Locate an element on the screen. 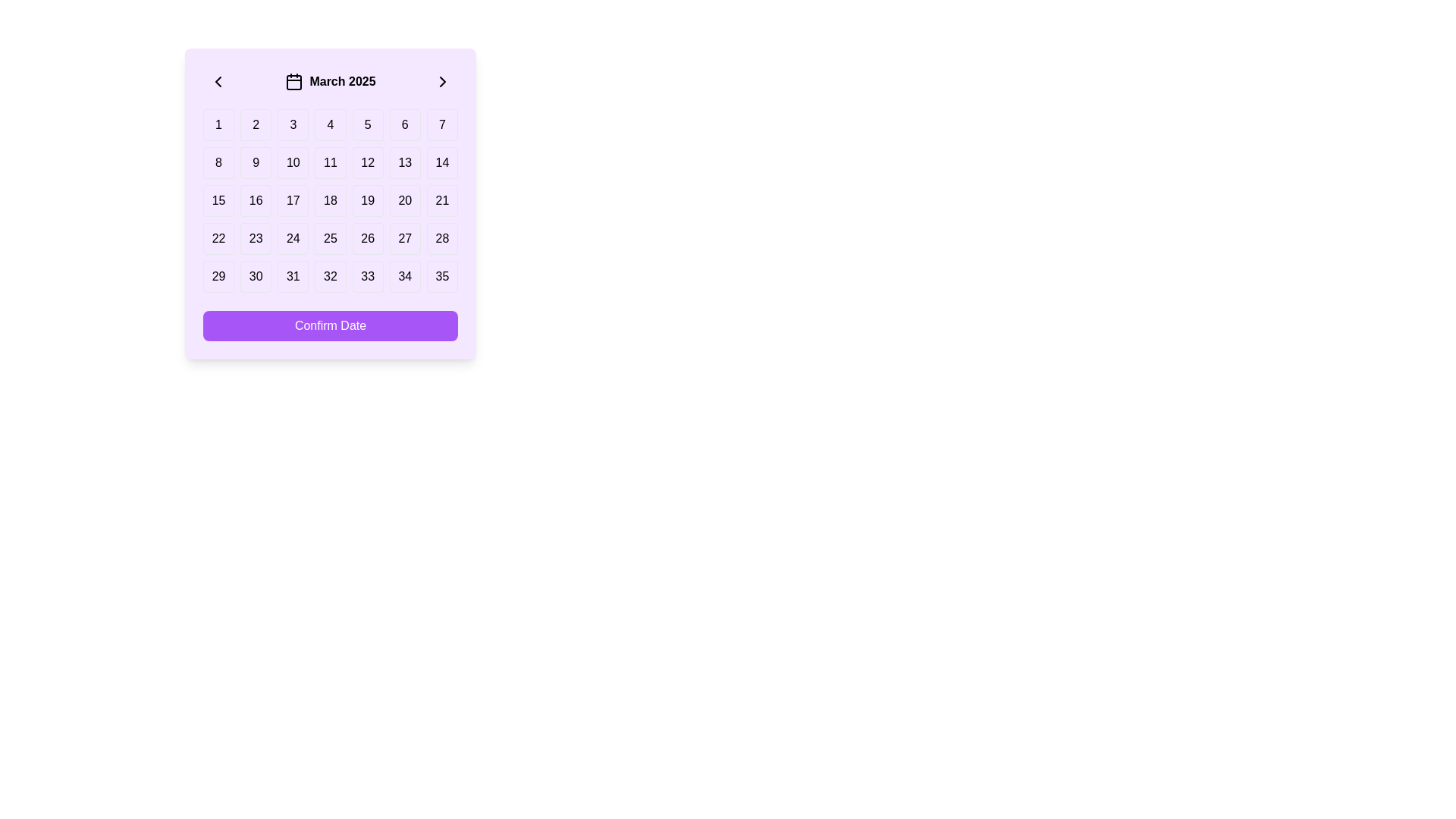  the date selection button for '23' in the calendar interface is located at coordinates (256, 239).